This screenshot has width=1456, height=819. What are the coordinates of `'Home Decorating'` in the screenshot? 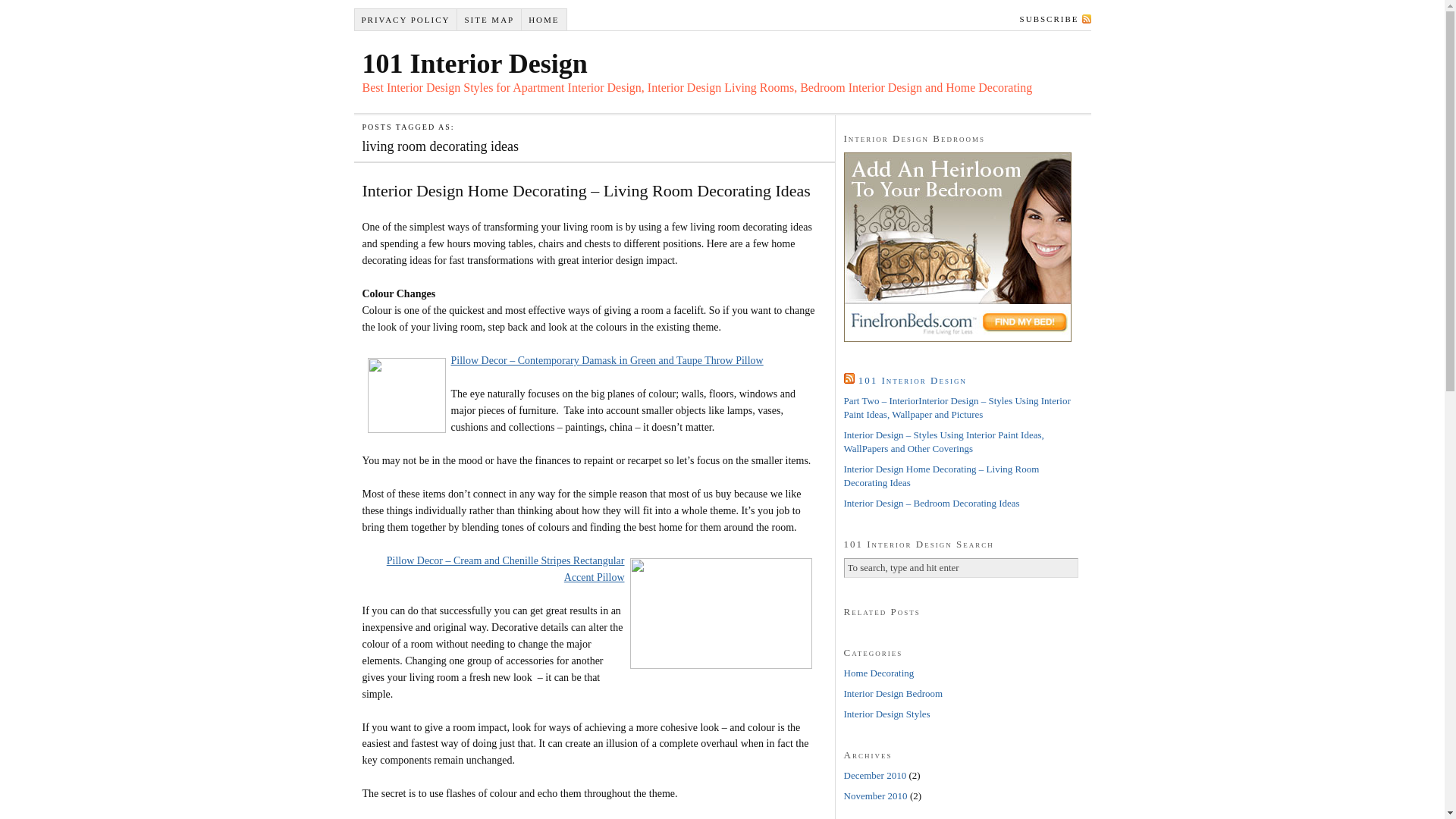 It's located at (843, 672).